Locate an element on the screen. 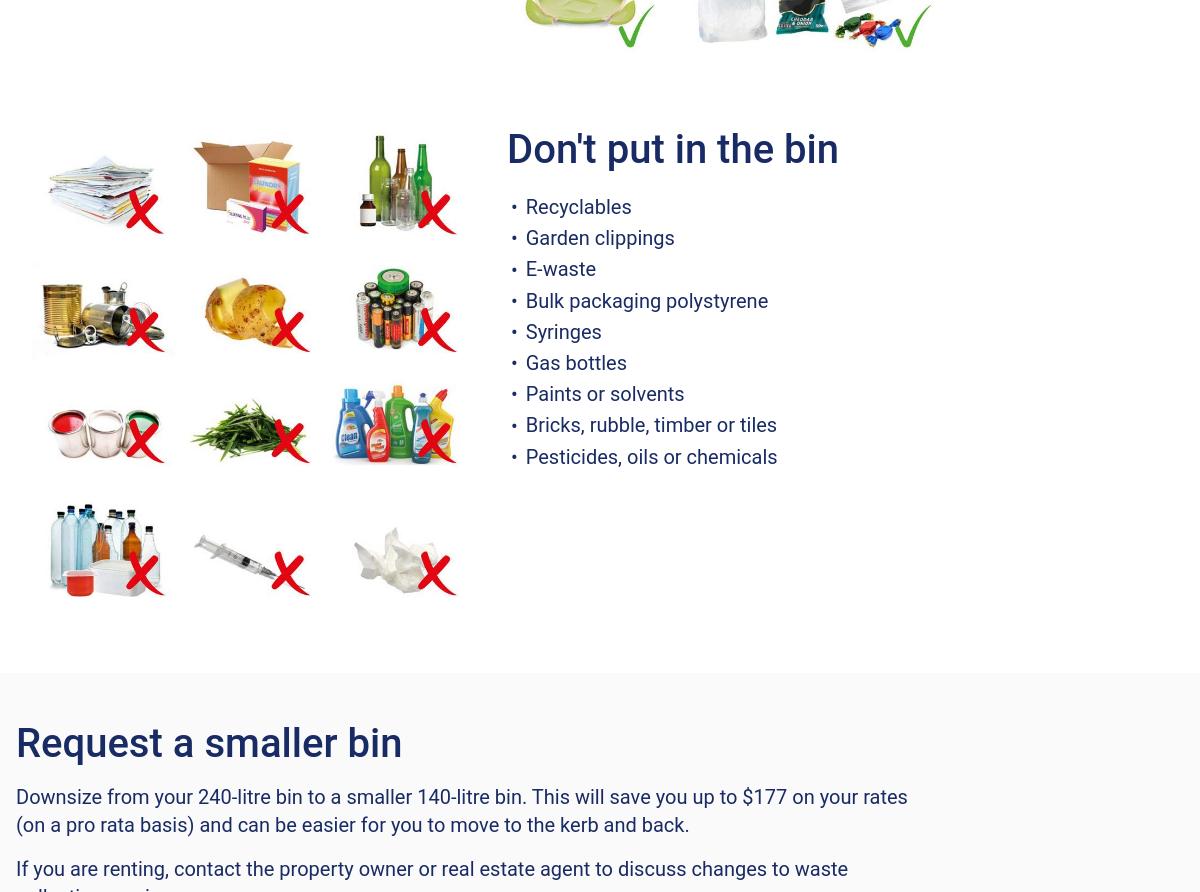 The width and height of the screenshot is (1200, 892). 'E-waste' is located at coordinates (559, 269).